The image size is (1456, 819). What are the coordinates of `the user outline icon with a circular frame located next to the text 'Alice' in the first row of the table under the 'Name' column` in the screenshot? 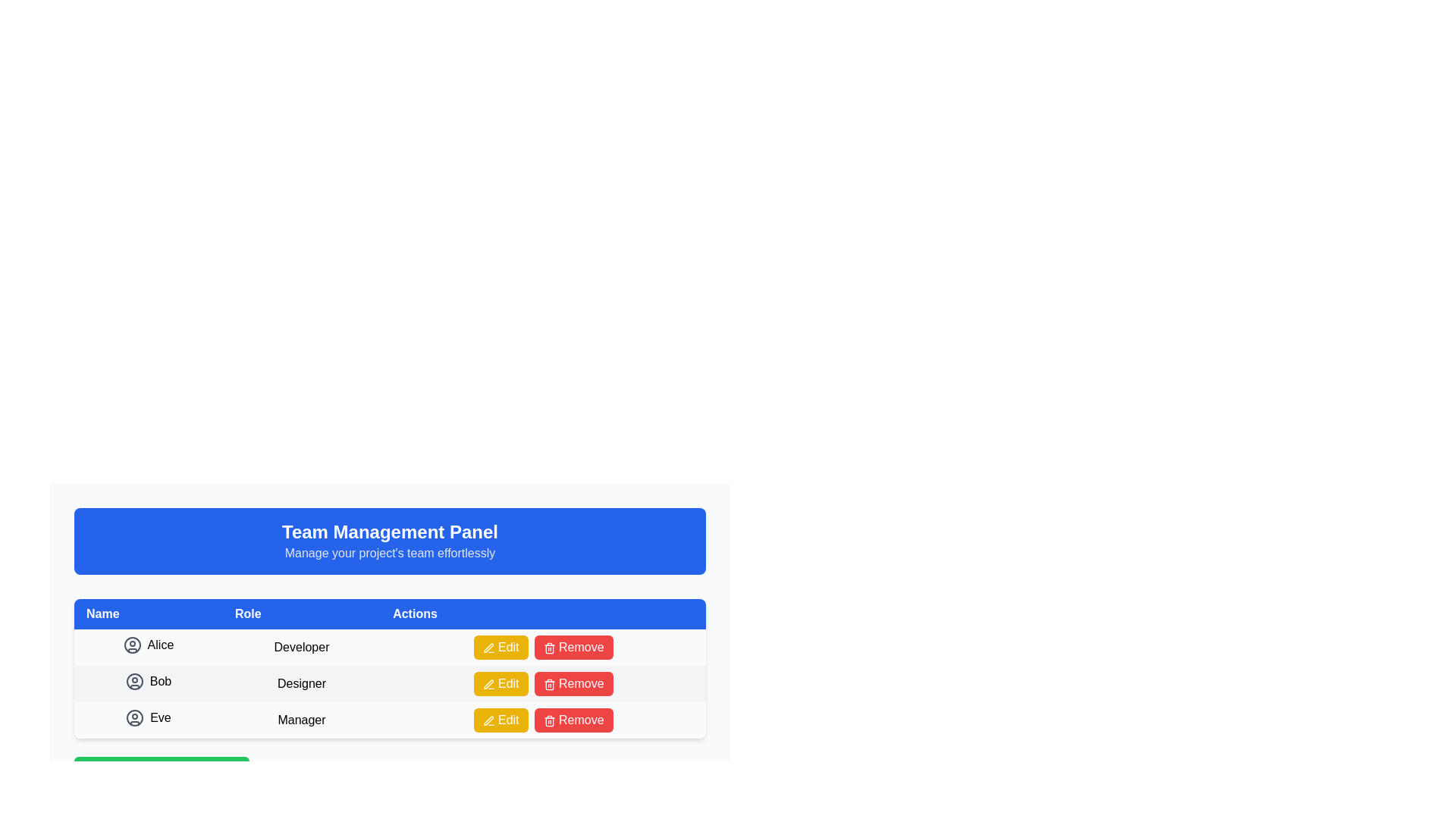 It's located at (132, 645).